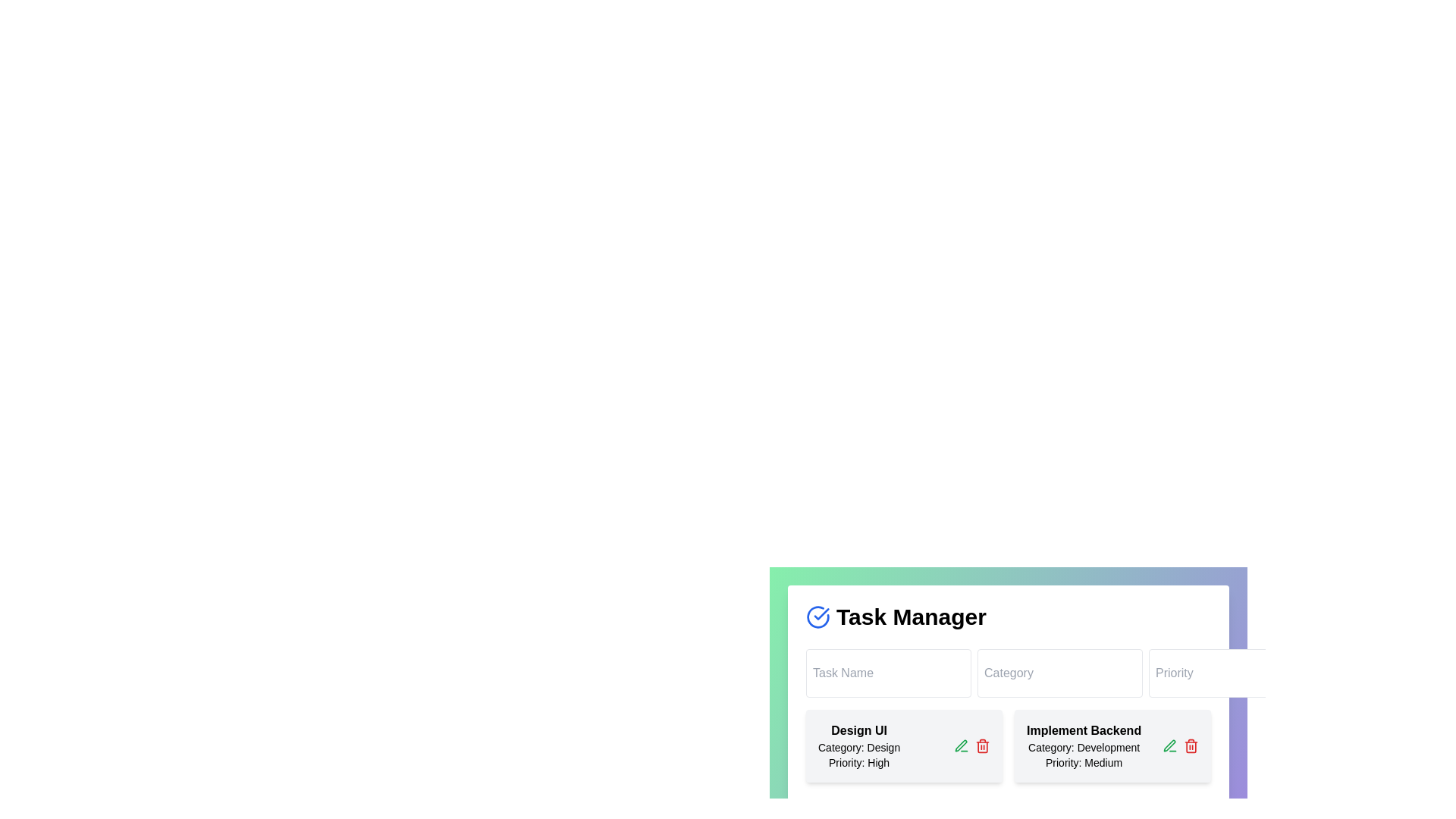 The image size is (1456, 819). Describe the element at coordinates (1083, 730) in the screenshot. I see `the static text displaying the task name 'Implement Backend', which is located in the Task Manager card, positioned after 'Design UI'` at that location.